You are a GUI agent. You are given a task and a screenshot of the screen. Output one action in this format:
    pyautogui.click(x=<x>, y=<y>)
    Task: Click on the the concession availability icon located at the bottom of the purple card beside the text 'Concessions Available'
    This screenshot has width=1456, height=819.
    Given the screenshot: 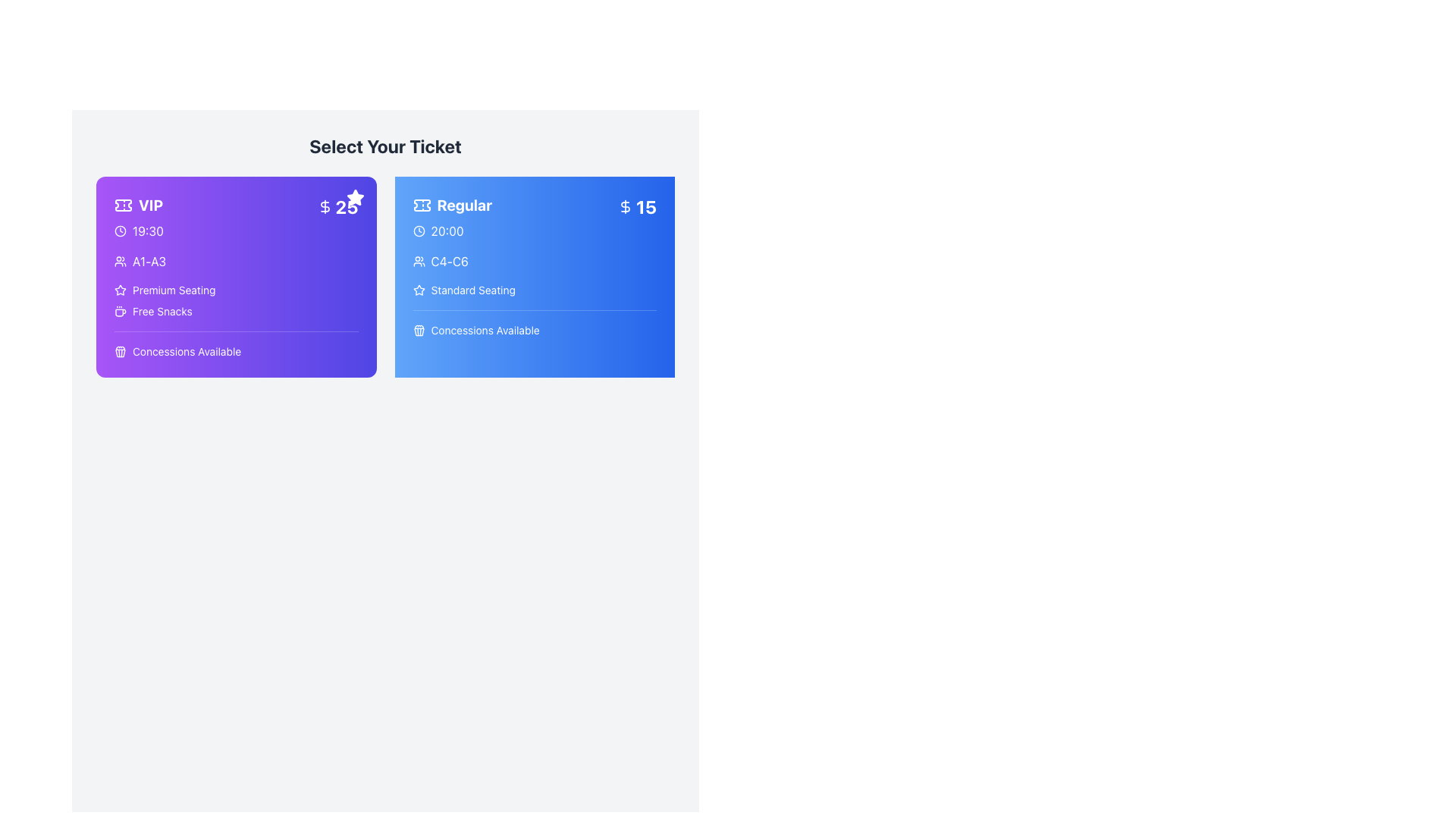 What is the action you would take?
    pyautogui.click(x=119, y=351)
    